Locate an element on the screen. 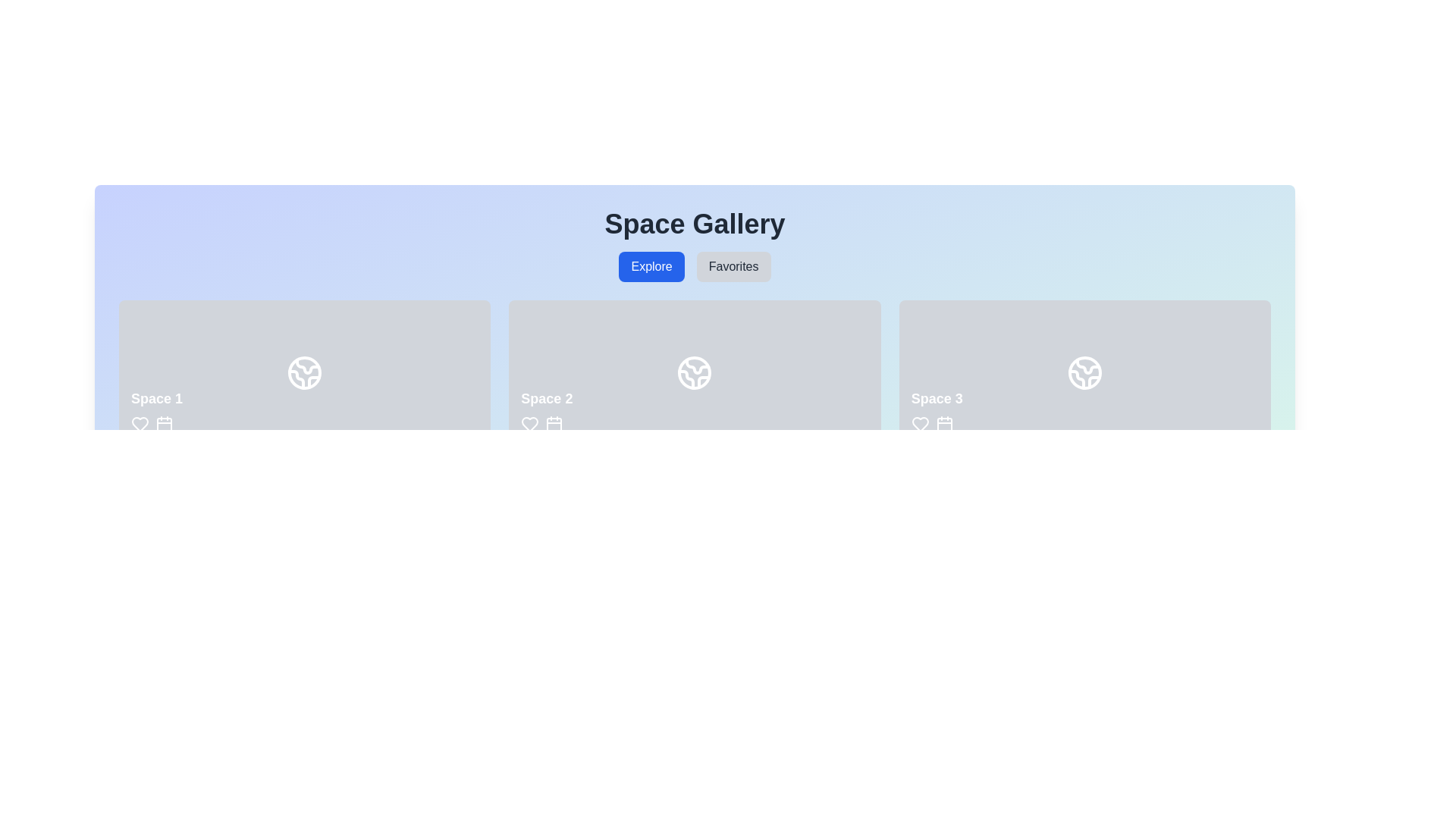 The width and height of the screenshot is (1456, 819). the heart icon located at the bottom left of the 'Space 2' card is located at coordinates (530, 424).